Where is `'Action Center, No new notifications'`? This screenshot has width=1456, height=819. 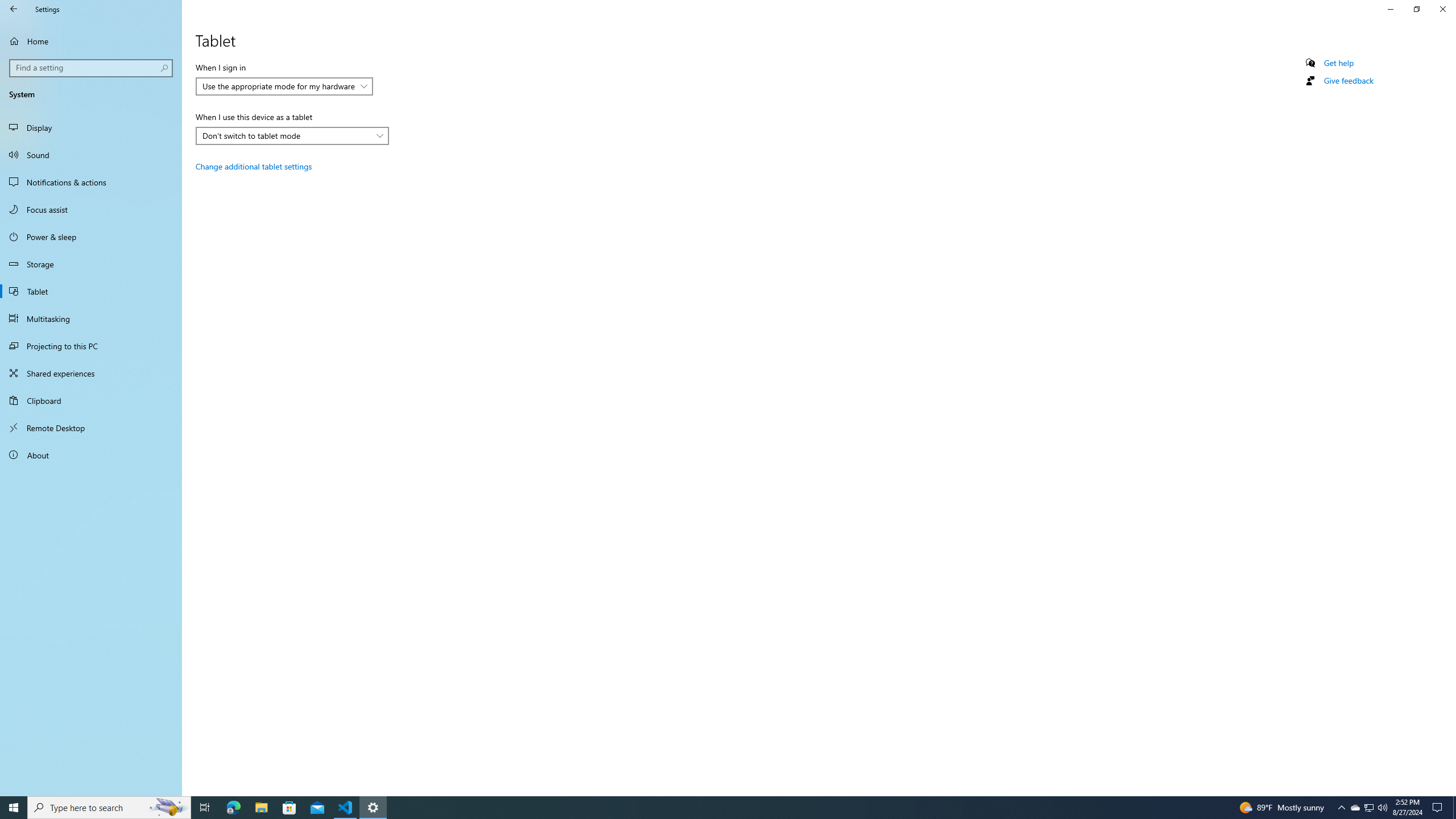
'Action Center, No new notifications' is located at coordinates (1439, 806).